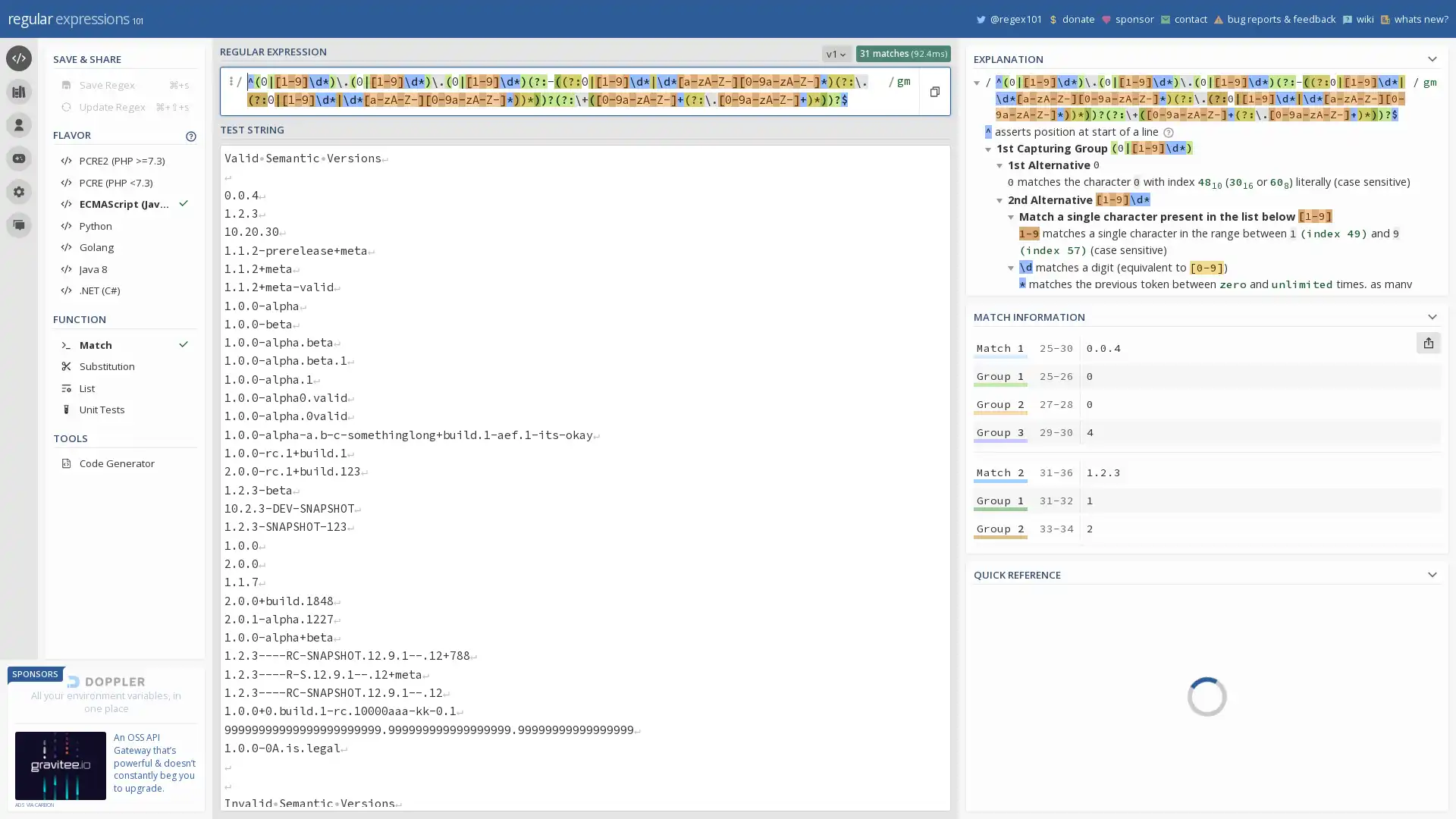 The image size is (1456, 819). What do you see at coordinates (990, 695) in the screenshot?
I see `Collapse Subtree` at bounding box center [990, 695].